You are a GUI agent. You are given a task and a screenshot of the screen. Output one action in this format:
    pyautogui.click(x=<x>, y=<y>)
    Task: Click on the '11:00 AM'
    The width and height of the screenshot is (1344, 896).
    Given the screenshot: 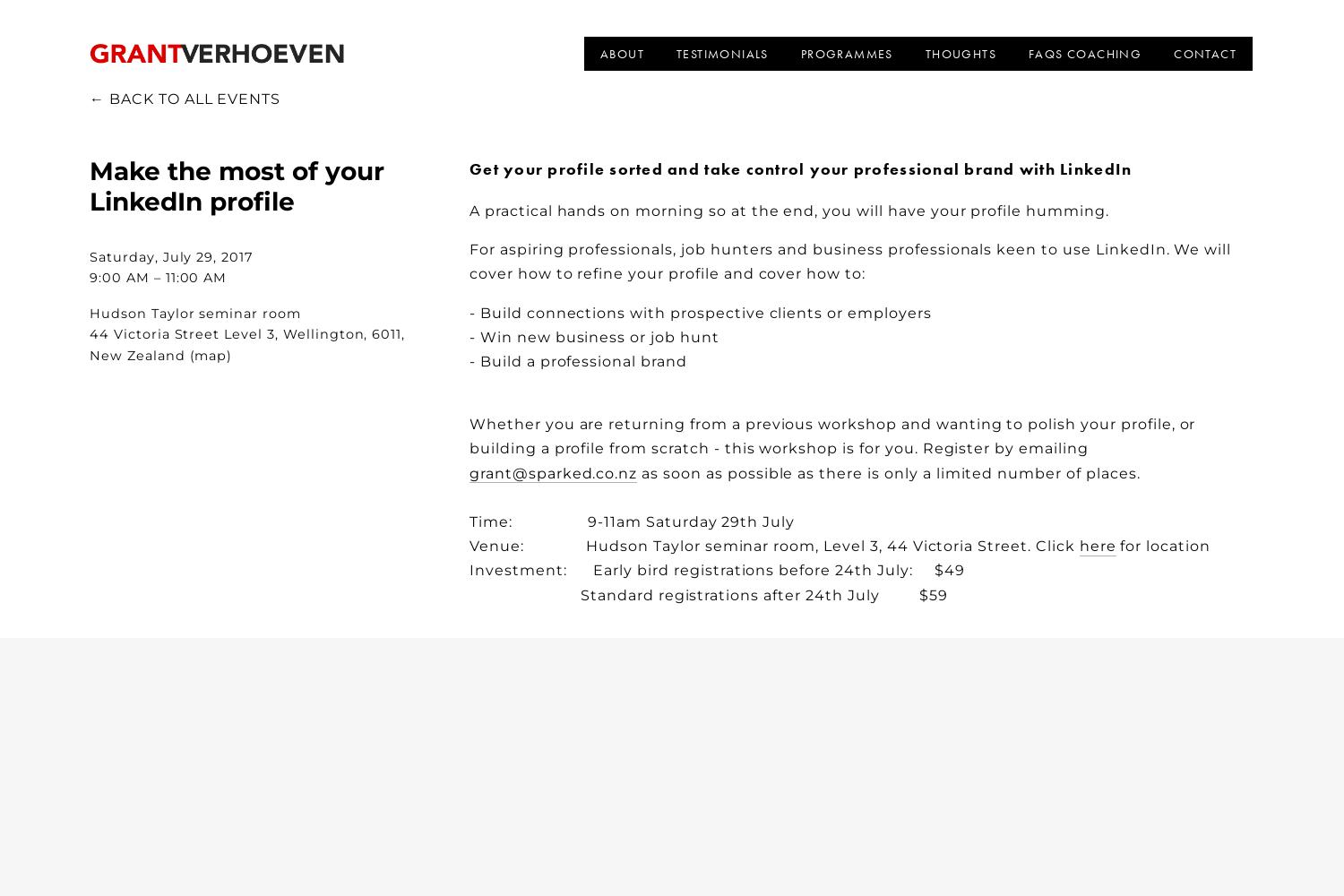 What is the action you would take?
    pyautogui.click(x=194, y=278)
    